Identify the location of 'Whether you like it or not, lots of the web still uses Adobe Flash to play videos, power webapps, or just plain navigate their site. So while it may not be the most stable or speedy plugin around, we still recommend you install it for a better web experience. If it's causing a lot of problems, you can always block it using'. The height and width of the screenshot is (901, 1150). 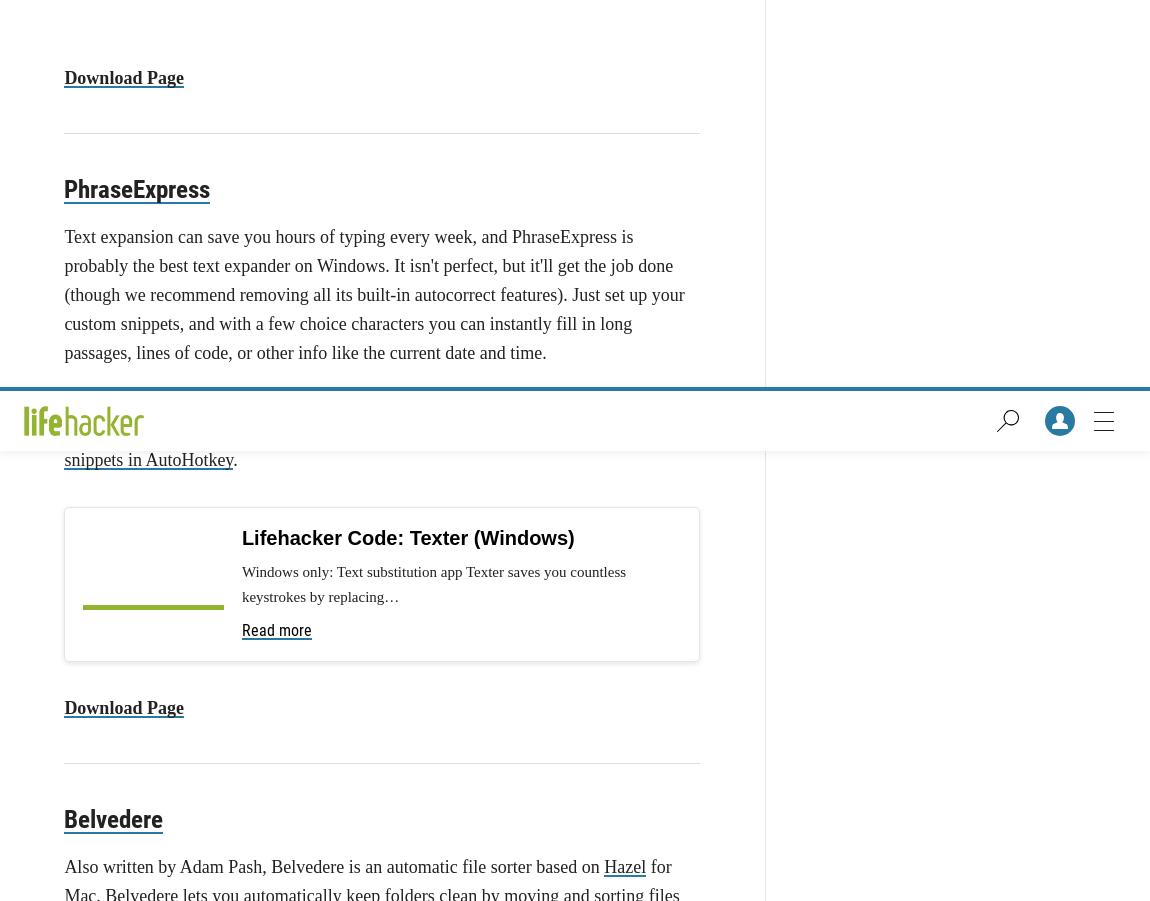
(375, 195).